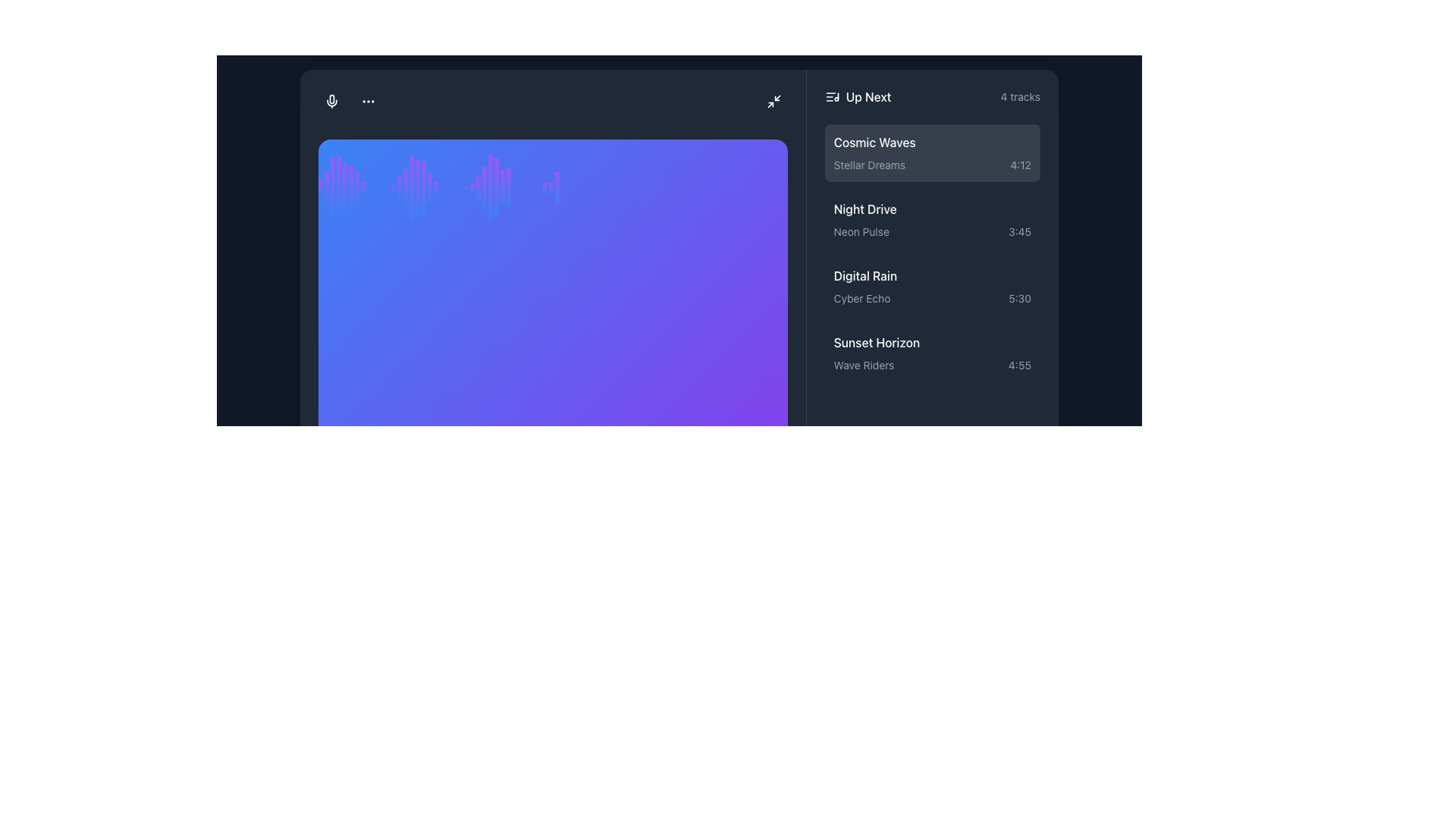  Describe the element at coordinates (400, 186) in the screenshot. I see `the 15th vertical bar in the graphical visualization segment, which has a gradient color transitioning from blue at the bottom to purple at the top` at that location.